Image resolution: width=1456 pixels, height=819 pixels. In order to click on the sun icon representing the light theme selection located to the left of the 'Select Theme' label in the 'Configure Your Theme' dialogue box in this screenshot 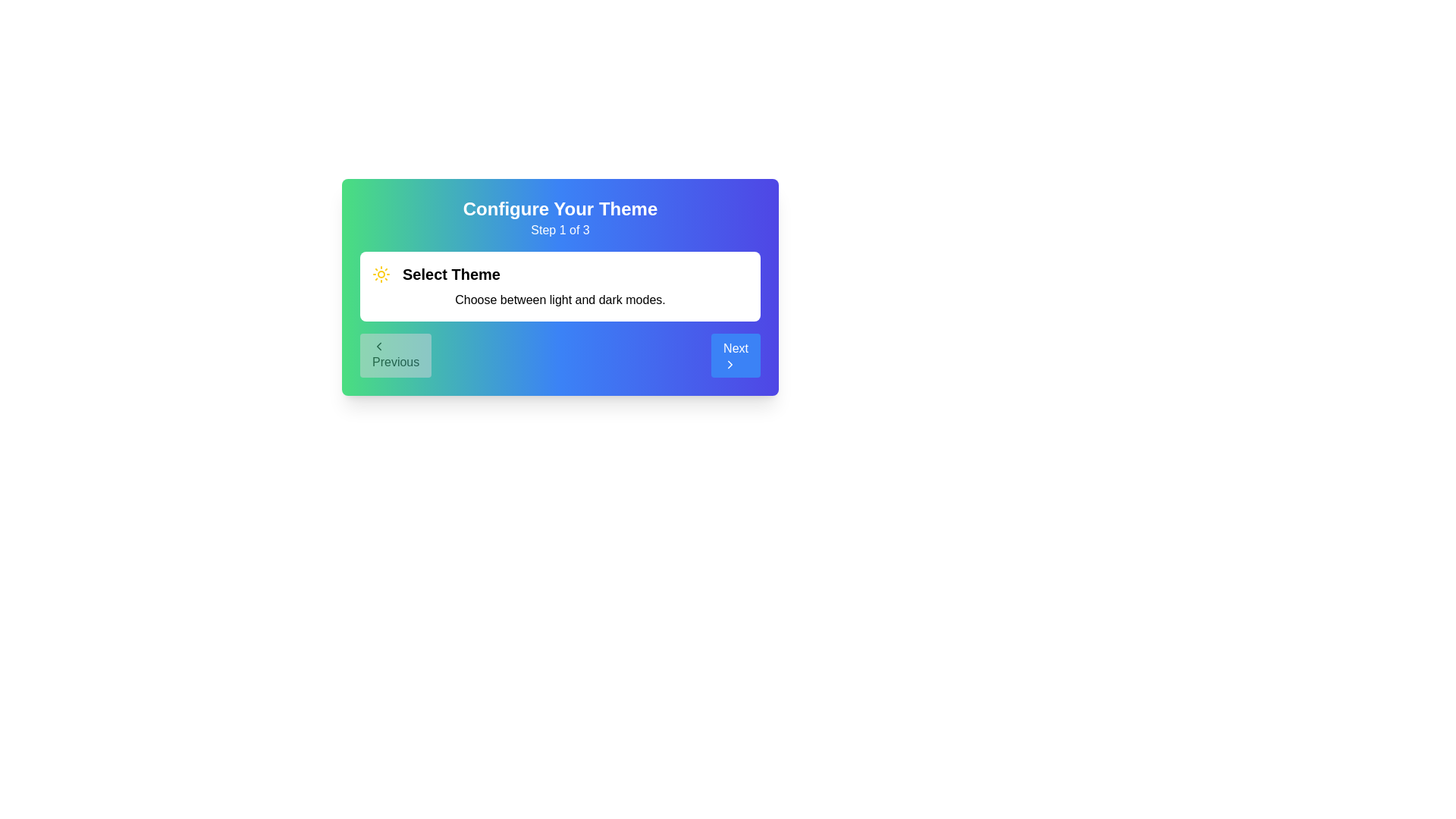, I will do `click(381, 275)`.